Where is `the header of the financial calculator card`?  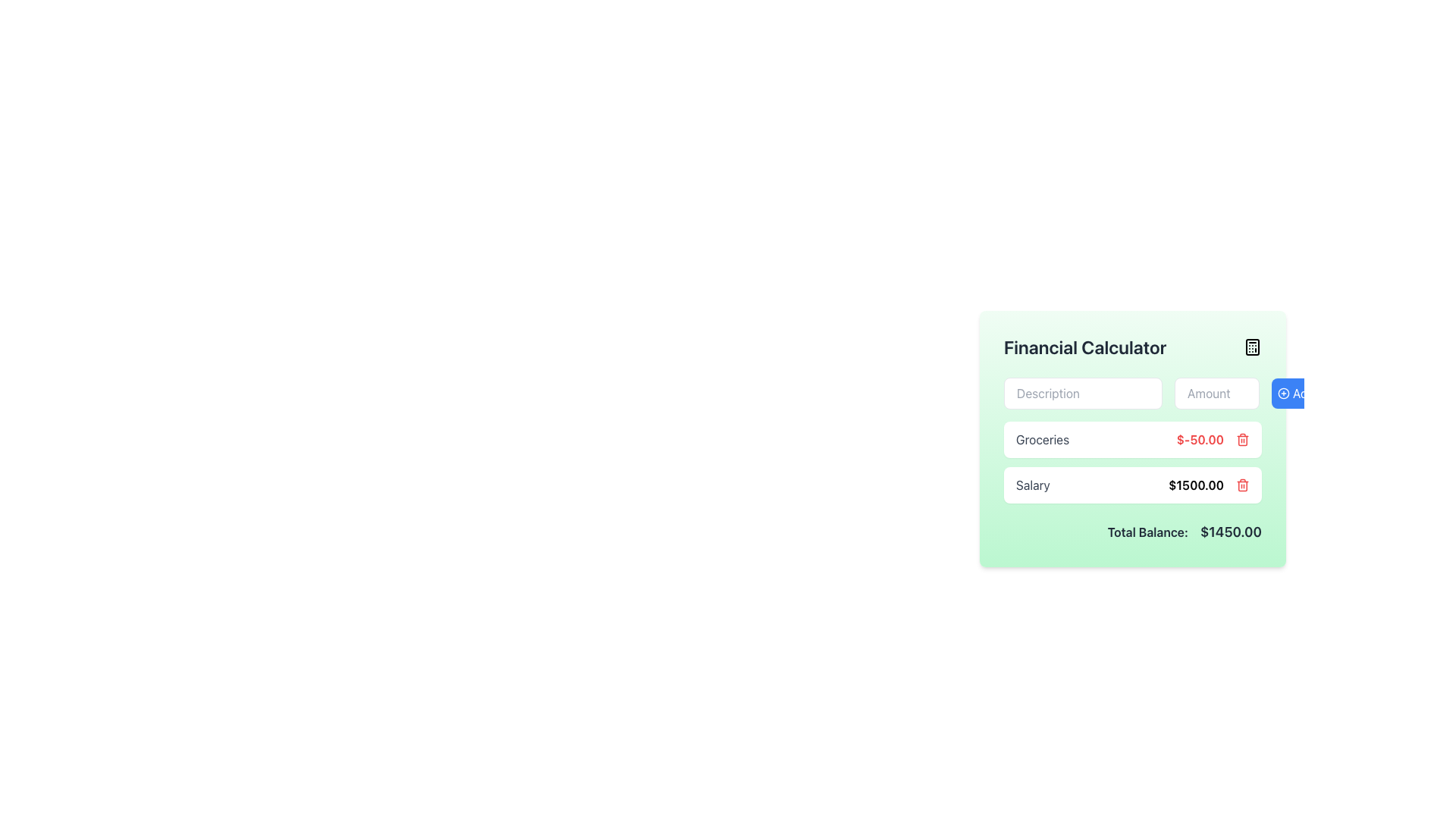 the header of the financial calculator card is located at coordinates (1132, 347).